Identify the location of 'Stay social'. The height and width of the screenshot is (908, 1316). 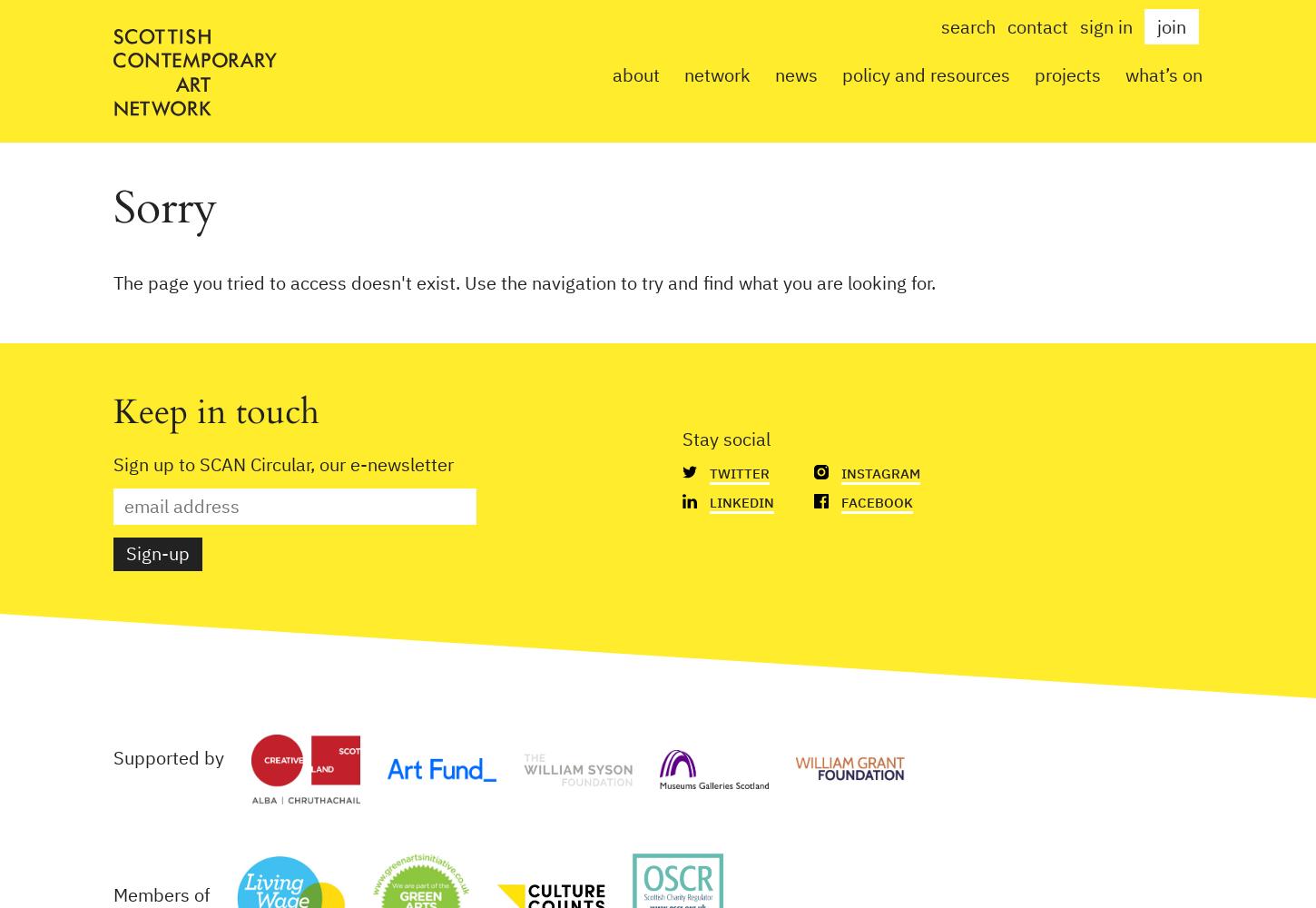
(682, 438).